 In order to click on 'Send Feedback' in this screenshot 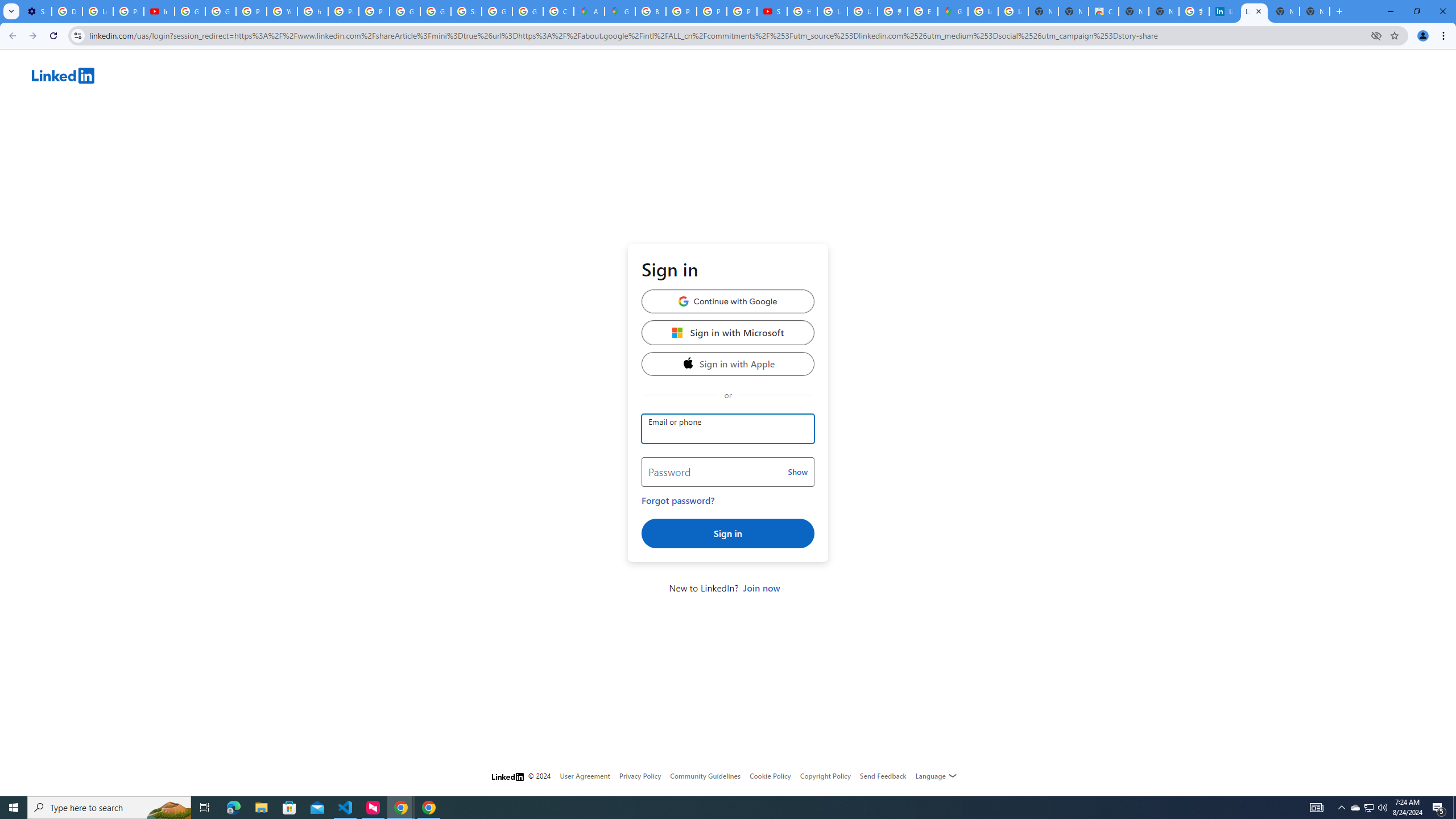, I will do `click(883, 775)`.